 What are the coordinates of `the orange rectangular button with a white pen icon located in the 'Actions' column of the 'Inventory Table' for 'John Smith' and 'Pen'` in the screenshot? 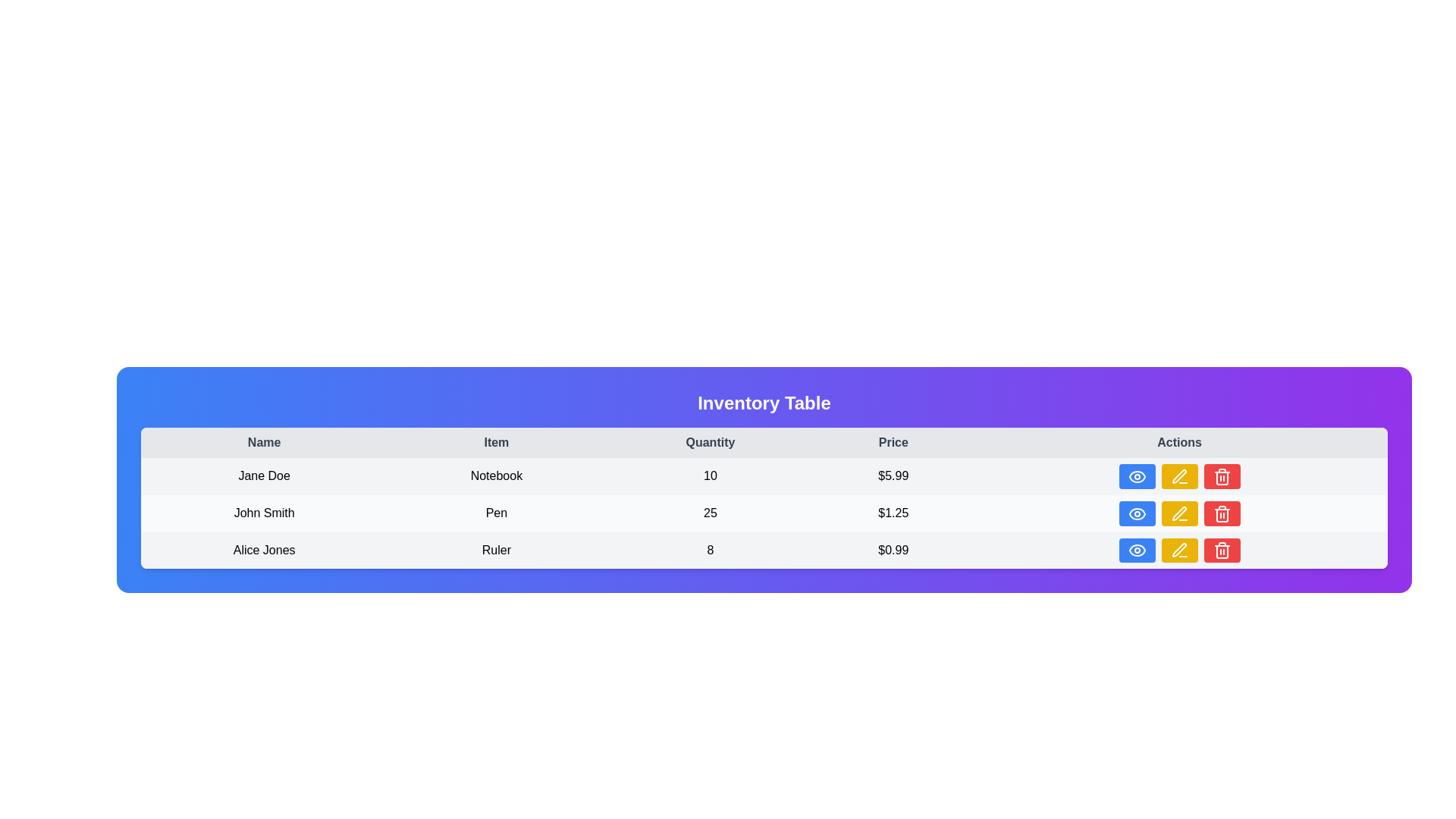 It's located at (1178, 513).